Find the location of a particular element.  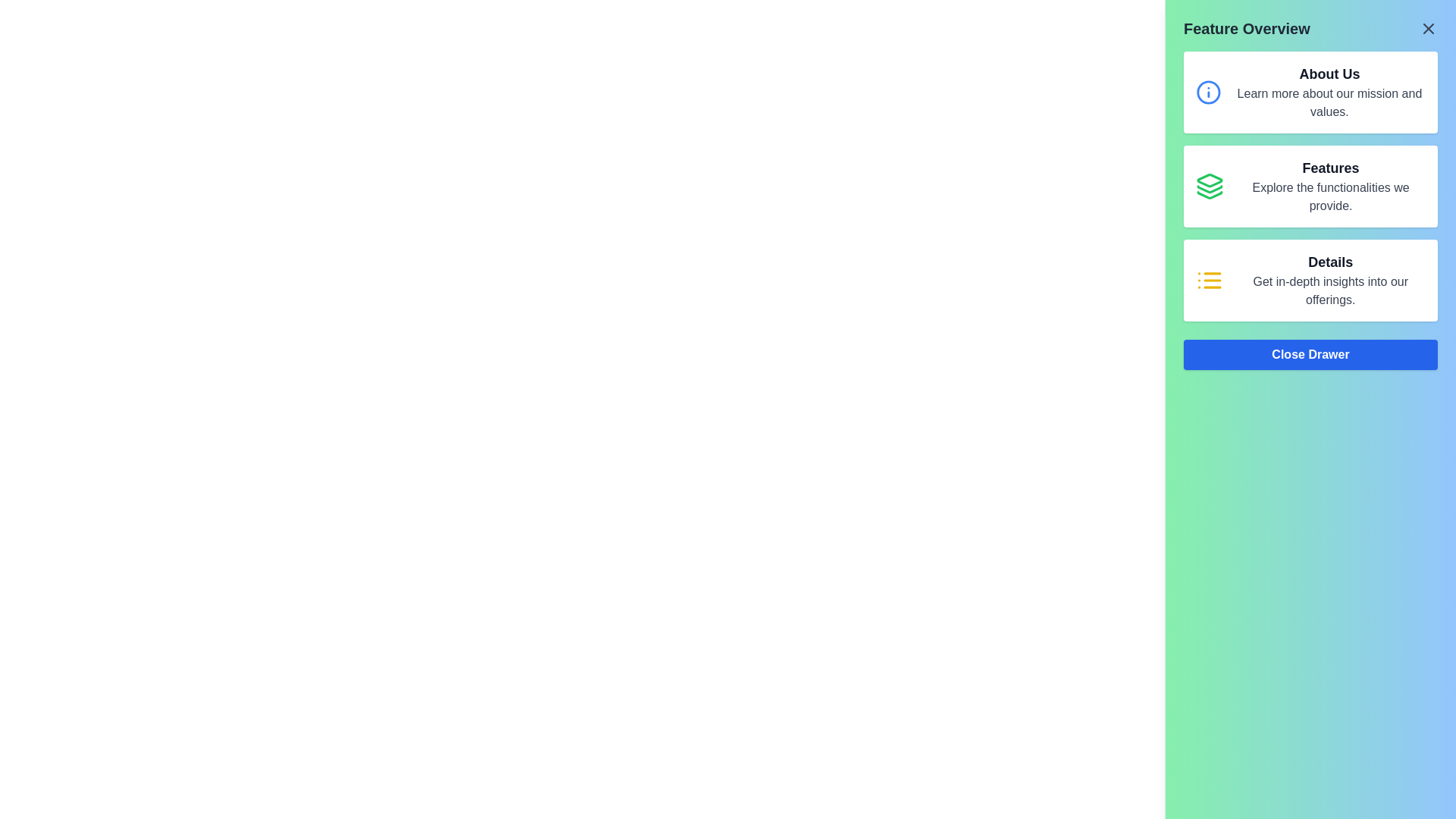

the interactive text block located in the lower part of the sidebar, specifically the third item in the list that provides access to detailed information about the application is located at coordinates (1329, 281).